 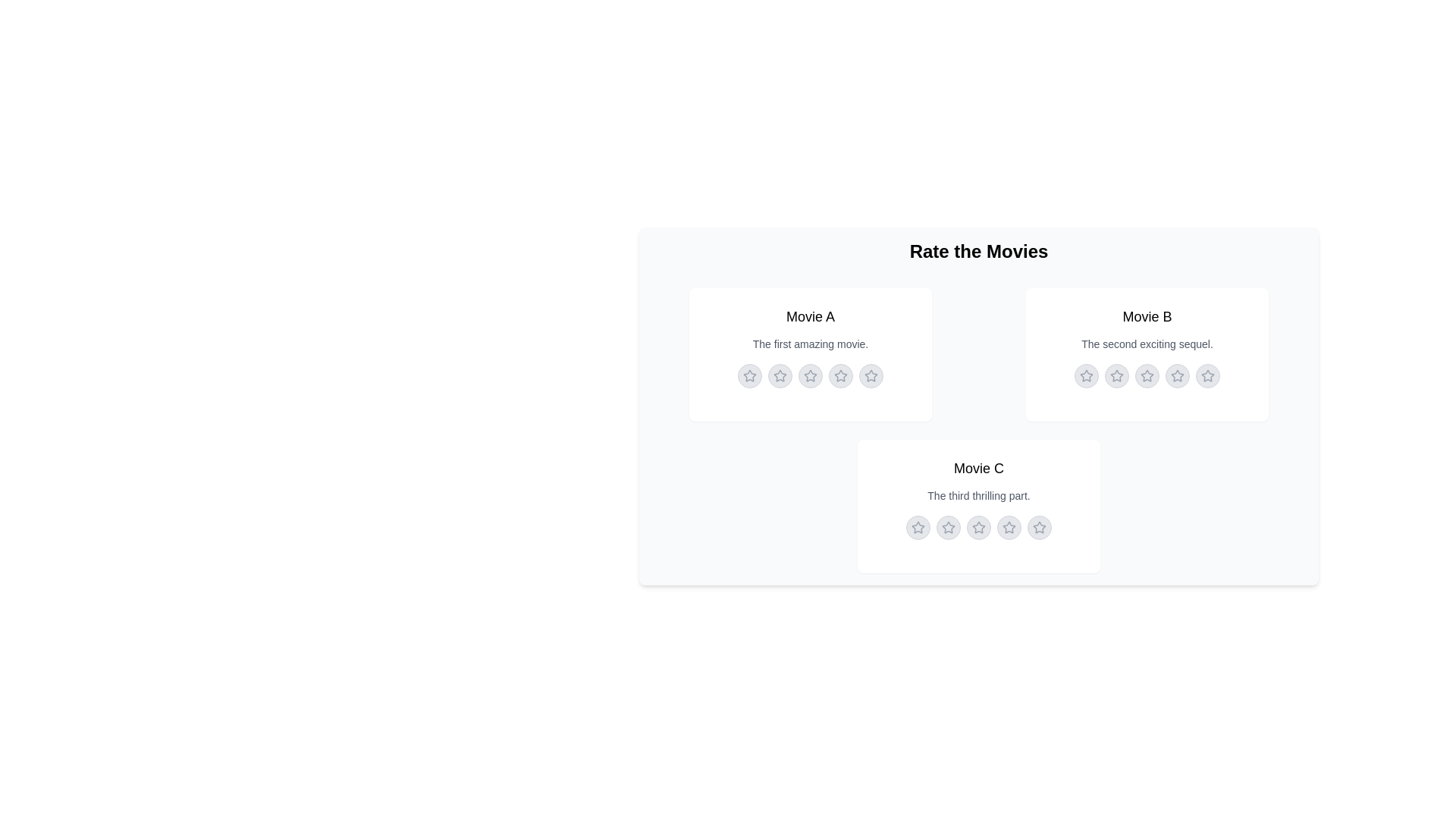 What do you see at coordinates (946, 526) in the screenshot?
I see `the second star icon from the left in the horizontal row of five stars in the rating section of 'Movie C'` at bounding box center [946, 526].